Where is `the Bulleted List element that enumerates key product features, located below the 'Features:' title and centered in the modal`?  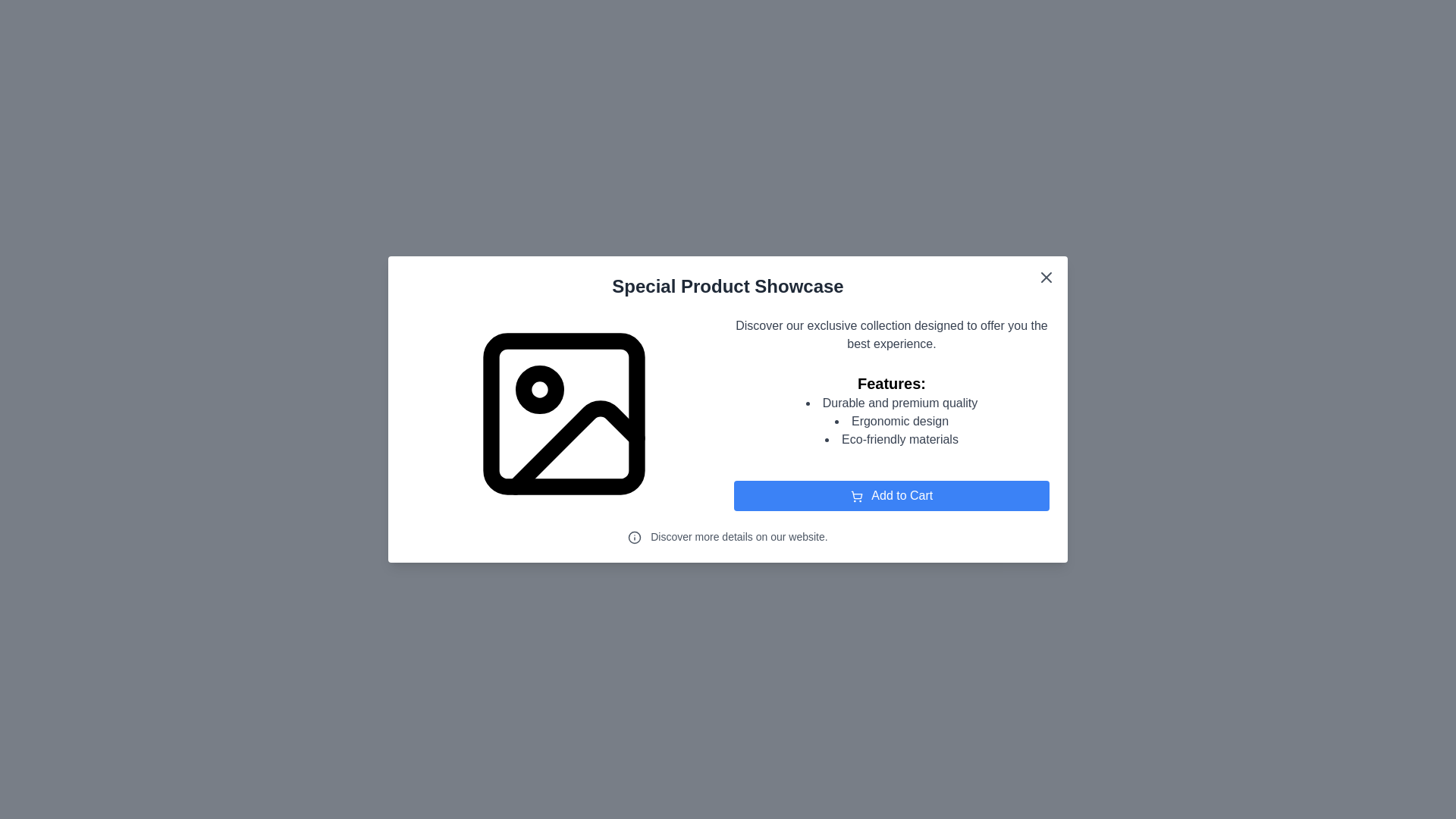
the Bulleted List element that enumerates key product features, located below the 'Features:' title and centered in the modal is located at coordinates (892, 421).